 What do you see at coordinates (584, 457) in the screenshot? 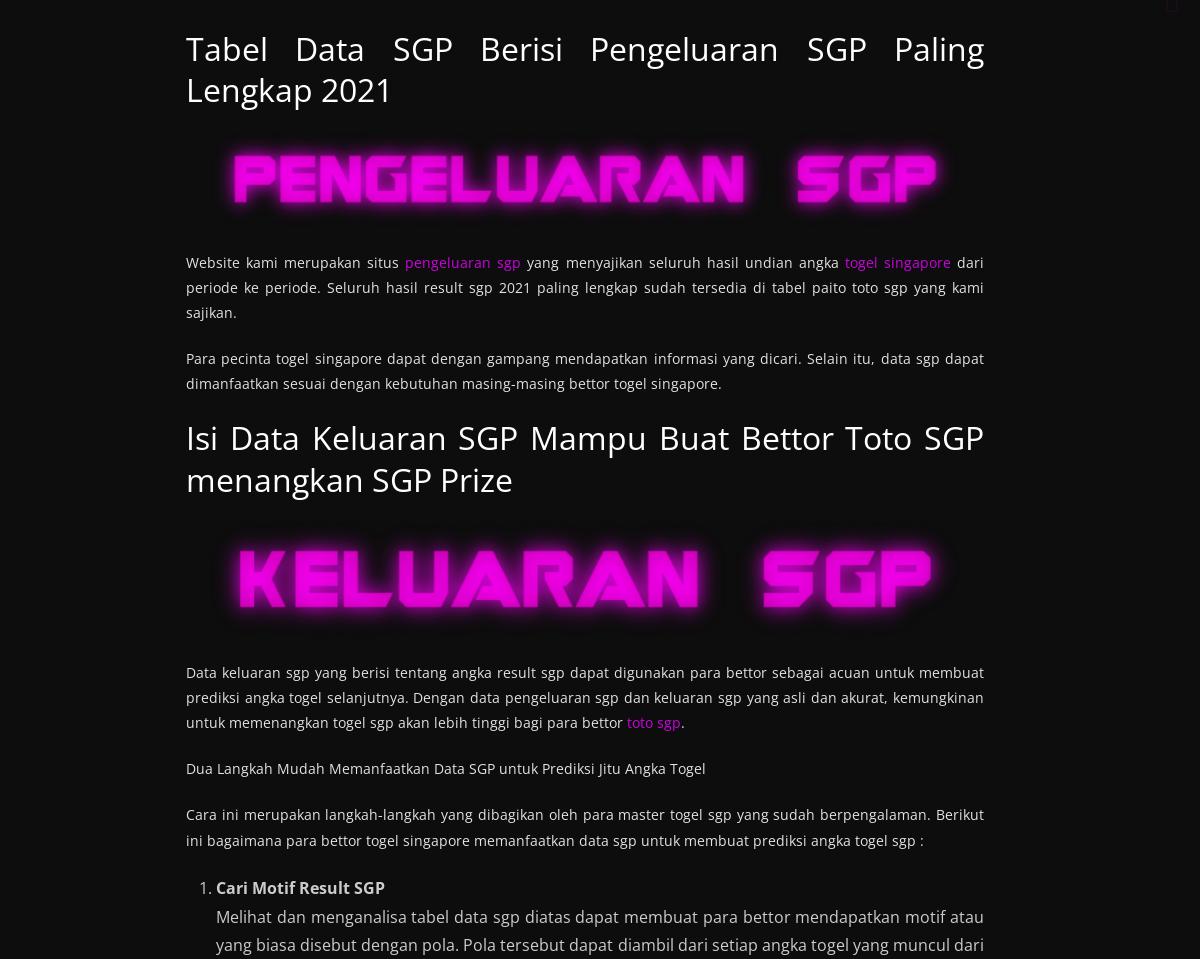
I see `'Isi Data Keluaran SGP Mampu Buat Bettor Toto SGP menangkan SGP Prize'` at bounding box center [584, 457].